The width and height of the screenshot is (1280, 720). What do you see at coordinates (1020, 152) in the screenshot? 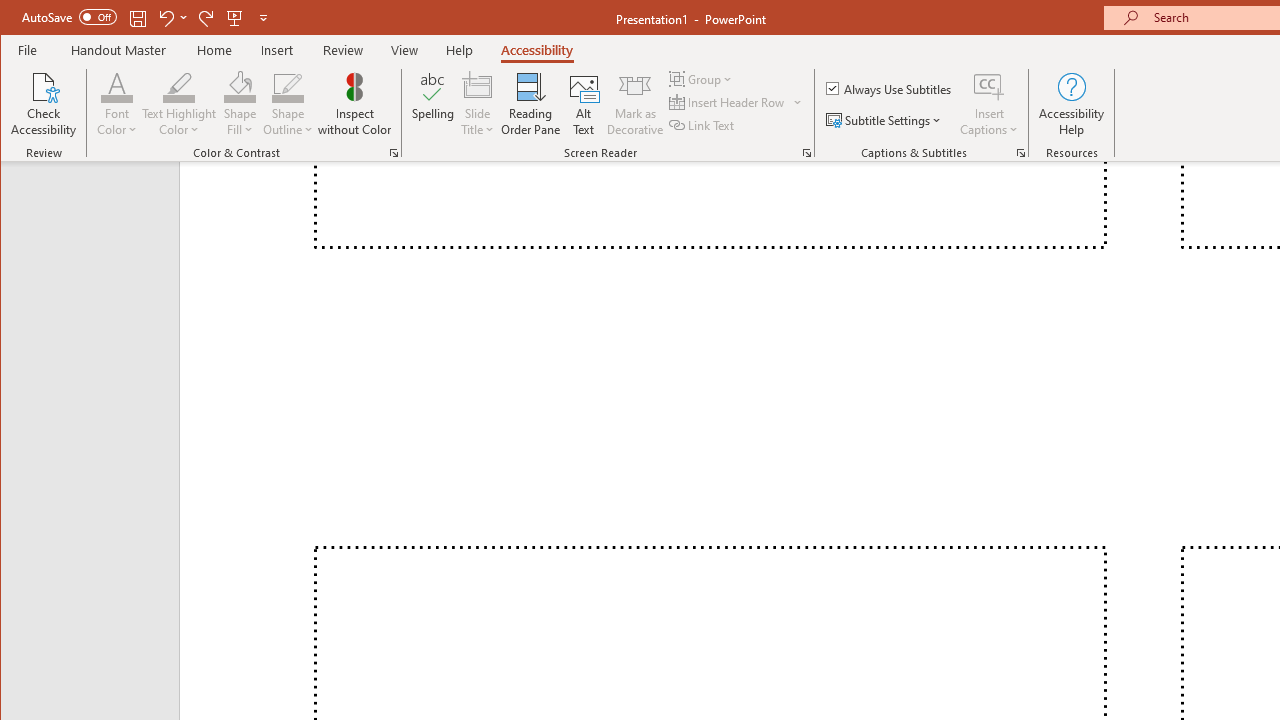
I see `'Captions & Subtitles'` at bounding box center [1020, 152].